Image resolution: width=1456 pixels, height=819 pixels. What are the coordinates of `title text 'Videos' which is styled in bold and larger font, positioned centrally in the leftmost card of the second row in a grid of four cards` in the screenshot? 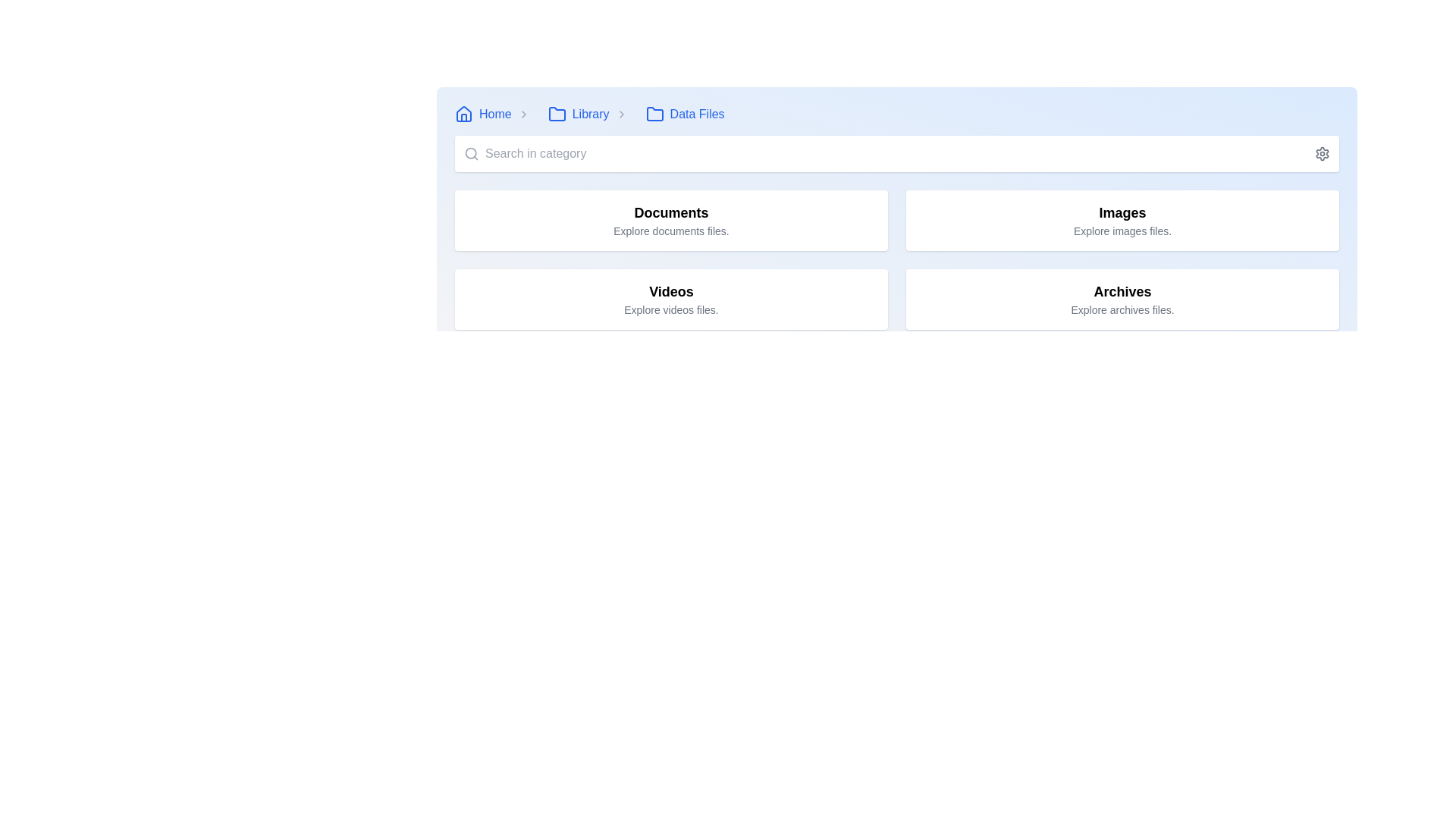 It's located at (670, 292).